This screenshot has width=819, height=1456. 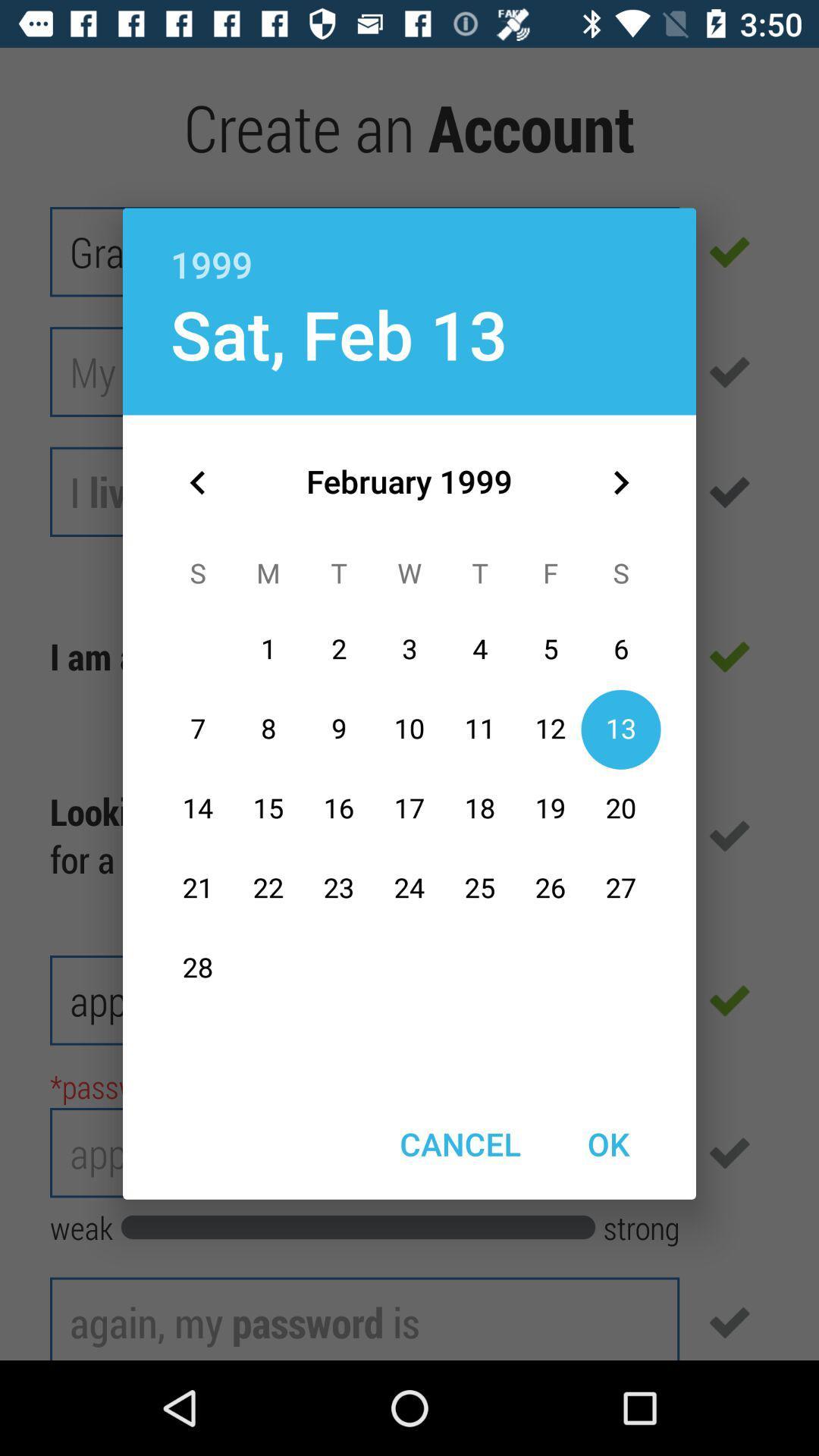 What do you see at coordinates (409, 248) in the screenshot?
I see `the 1999` at bounding box center [409, 248].